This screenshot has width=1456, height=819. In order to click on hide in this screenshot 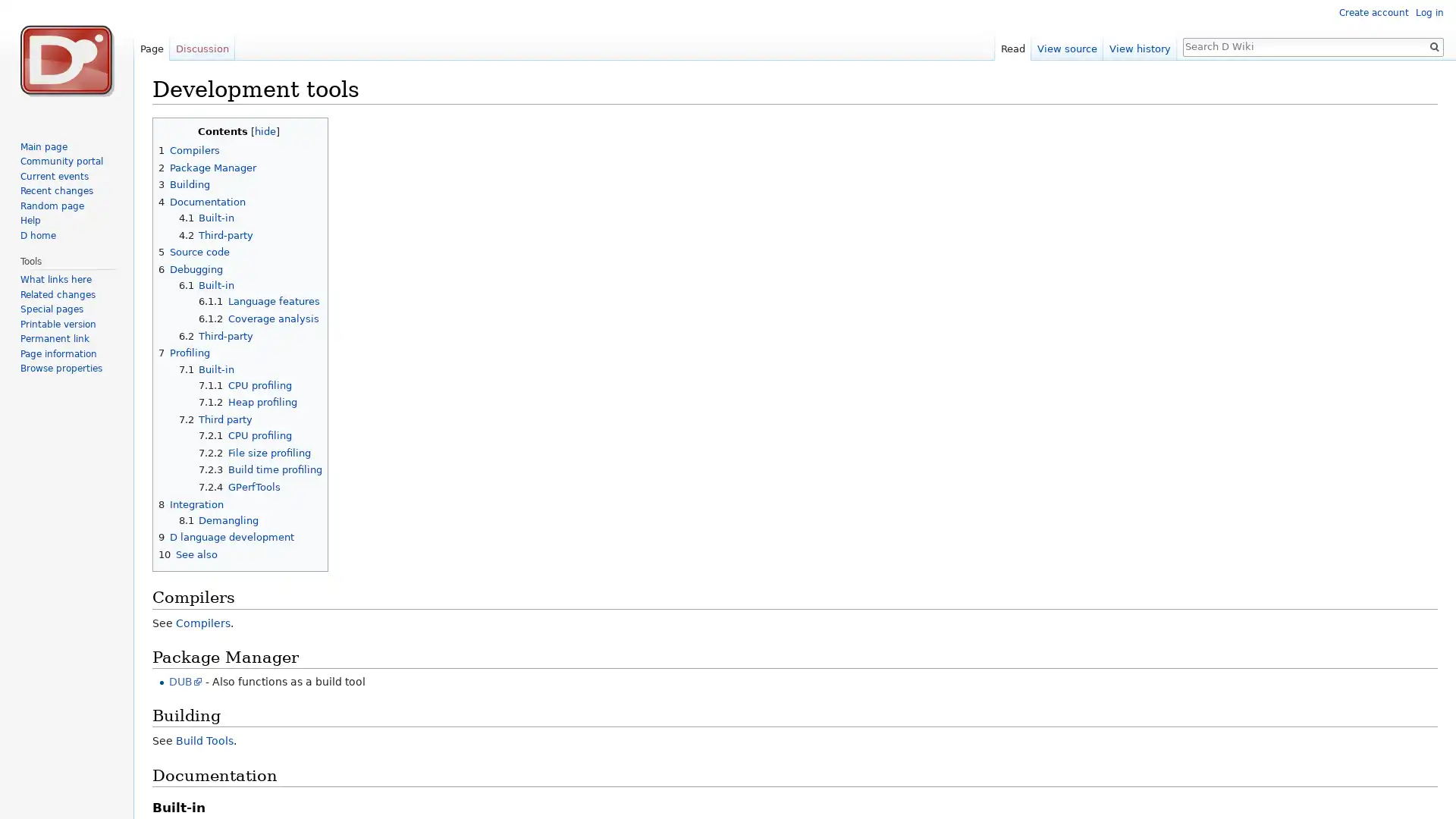, I will do `click(265, 130)`.